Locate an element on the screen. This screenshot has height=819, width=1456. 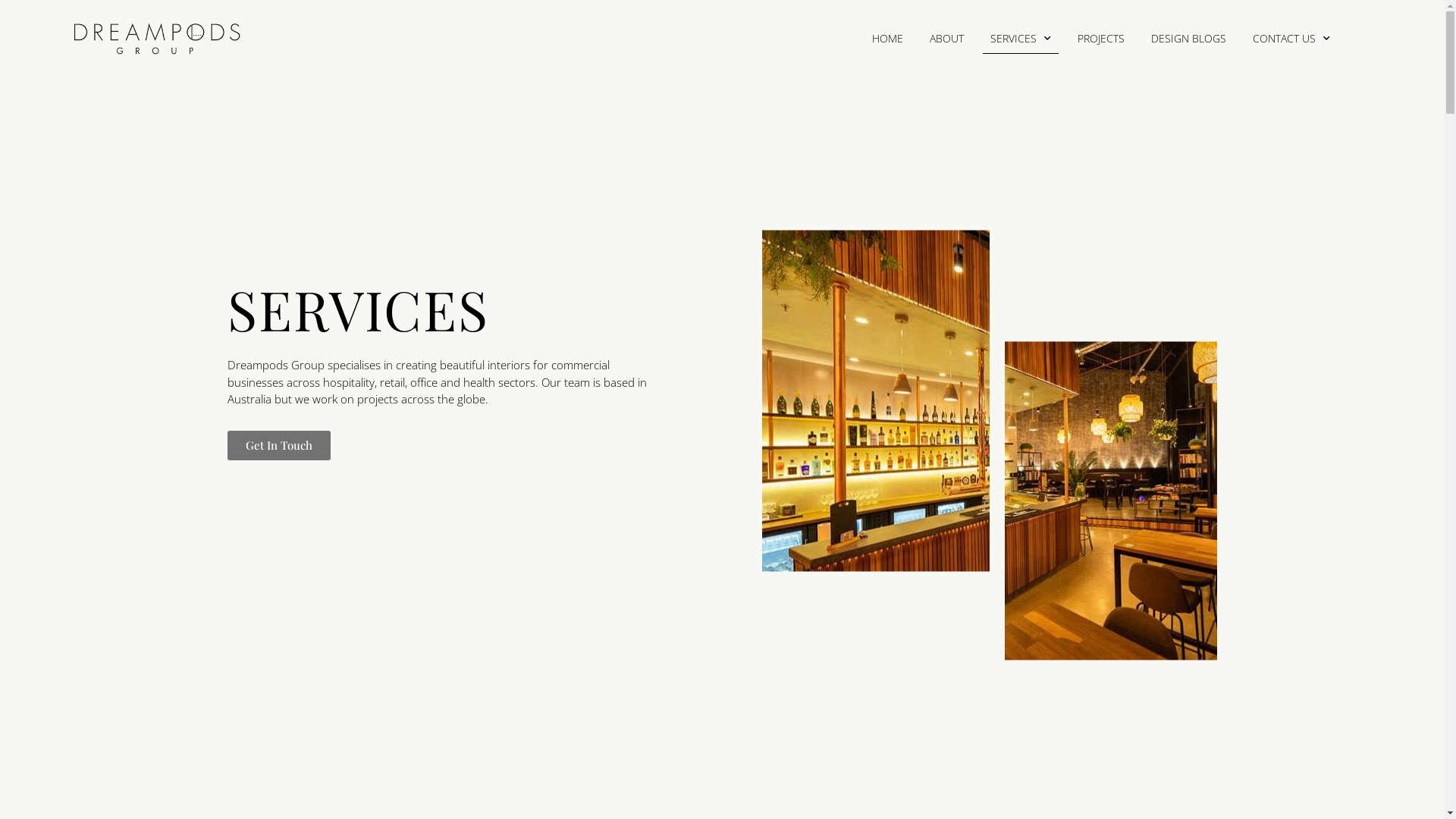
'PROJECTS' is located at coordinates (1100, 37).